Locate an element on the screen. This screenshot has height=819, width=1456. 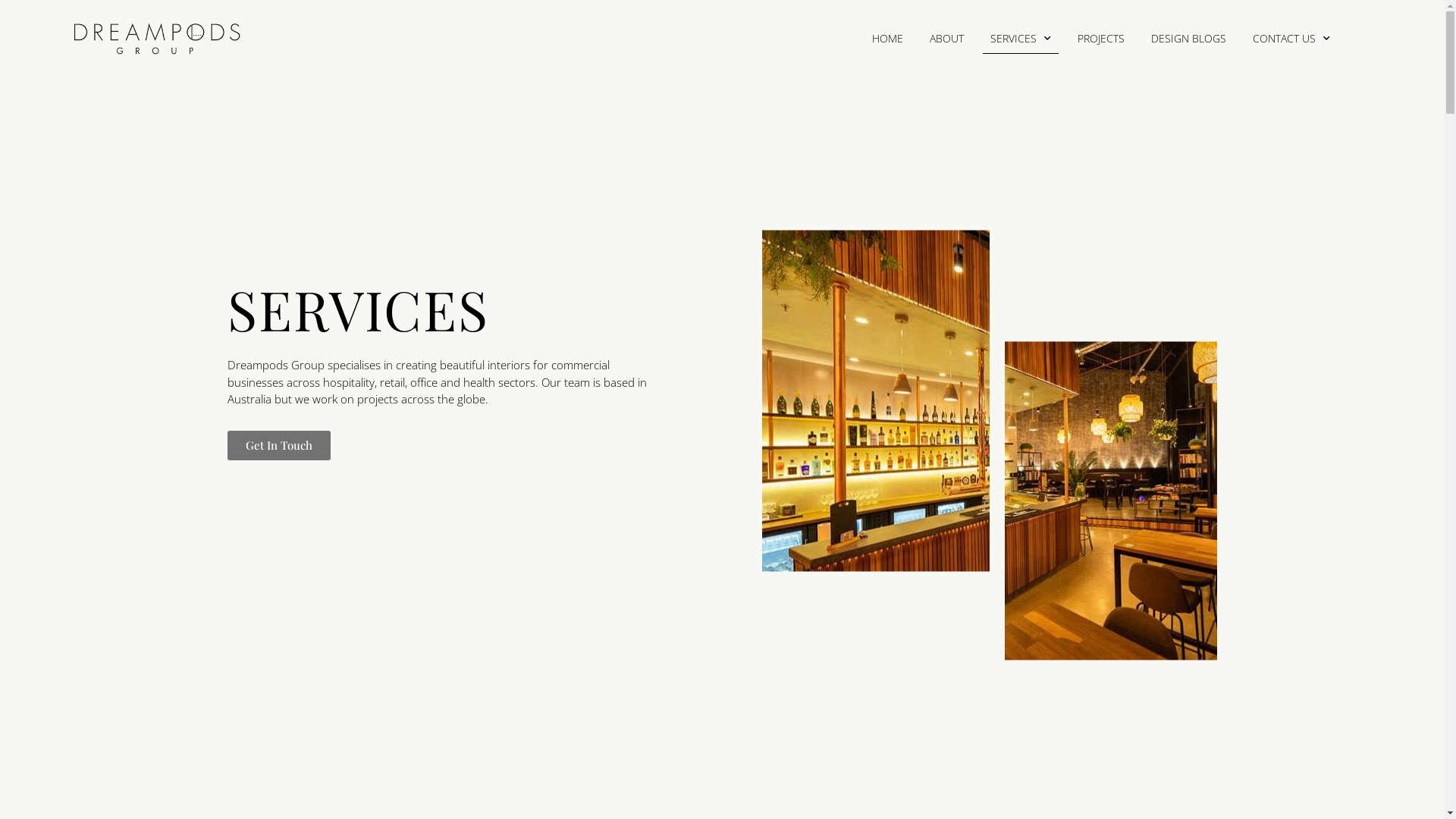
'PROJECTS' is located at coordinates (1100, 37).